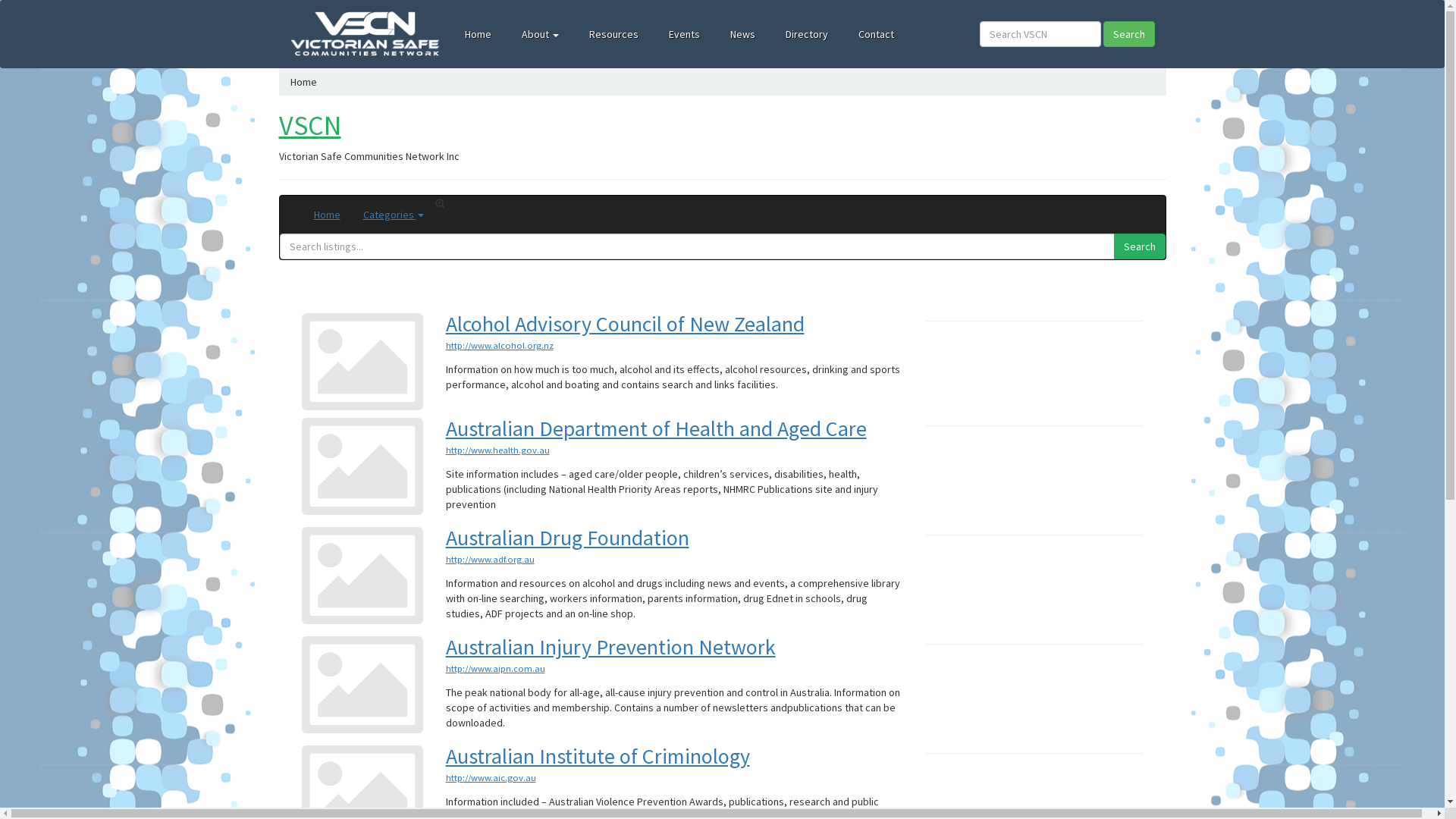 The height and width of the screenshot is (819, 1456). Describe the element at coordinates (843, 34) in the screenshot. I see `'Contact'` at that location.